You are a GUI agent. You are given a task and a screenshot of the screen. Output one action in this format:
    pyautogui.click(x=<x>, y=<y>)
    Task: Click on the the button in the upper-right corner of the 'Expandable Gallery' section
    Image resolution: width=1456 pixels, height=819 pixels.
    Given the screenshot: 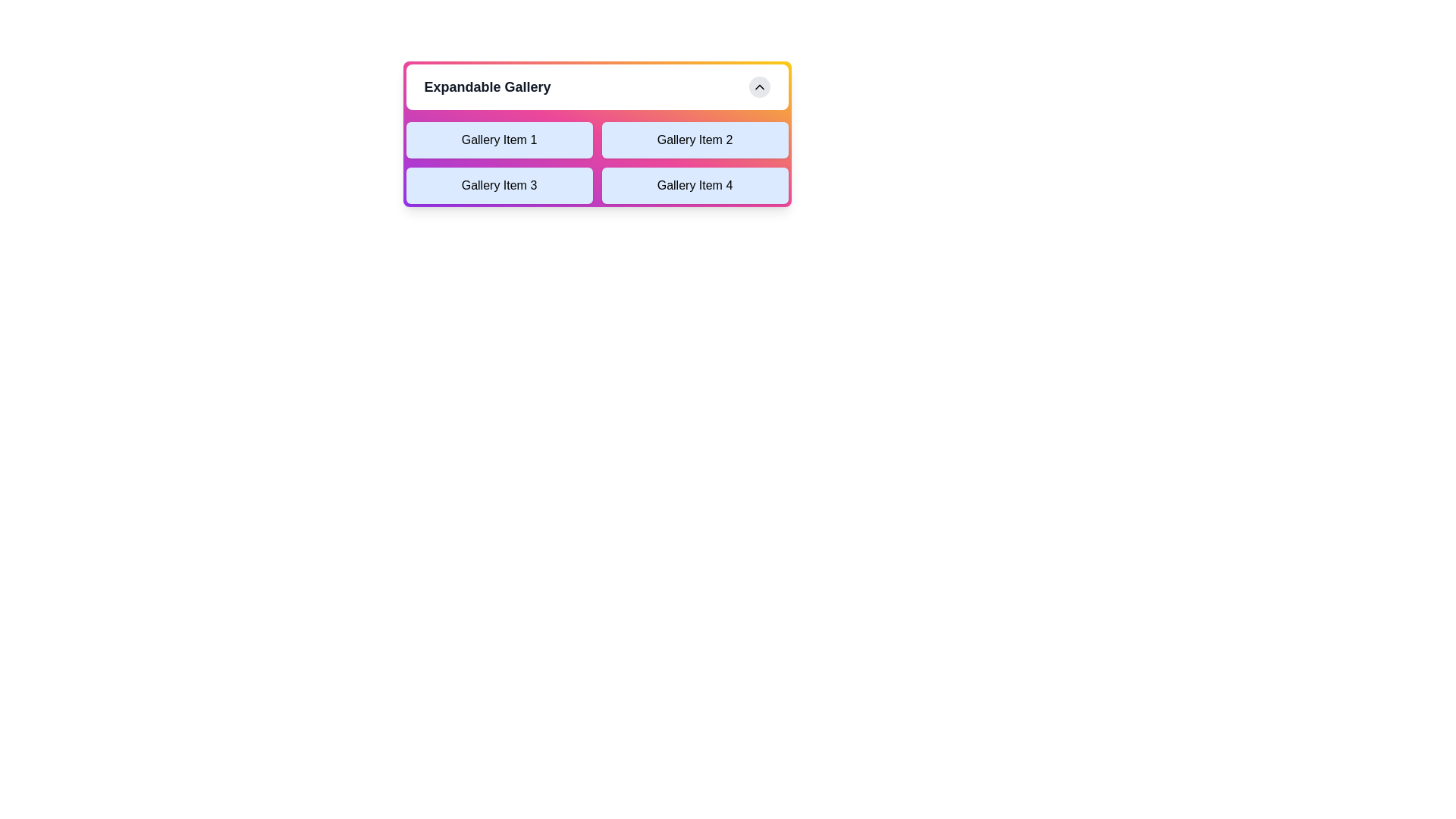 What is the action you would take?
    pyautogui.click(x=759, y=87)
    